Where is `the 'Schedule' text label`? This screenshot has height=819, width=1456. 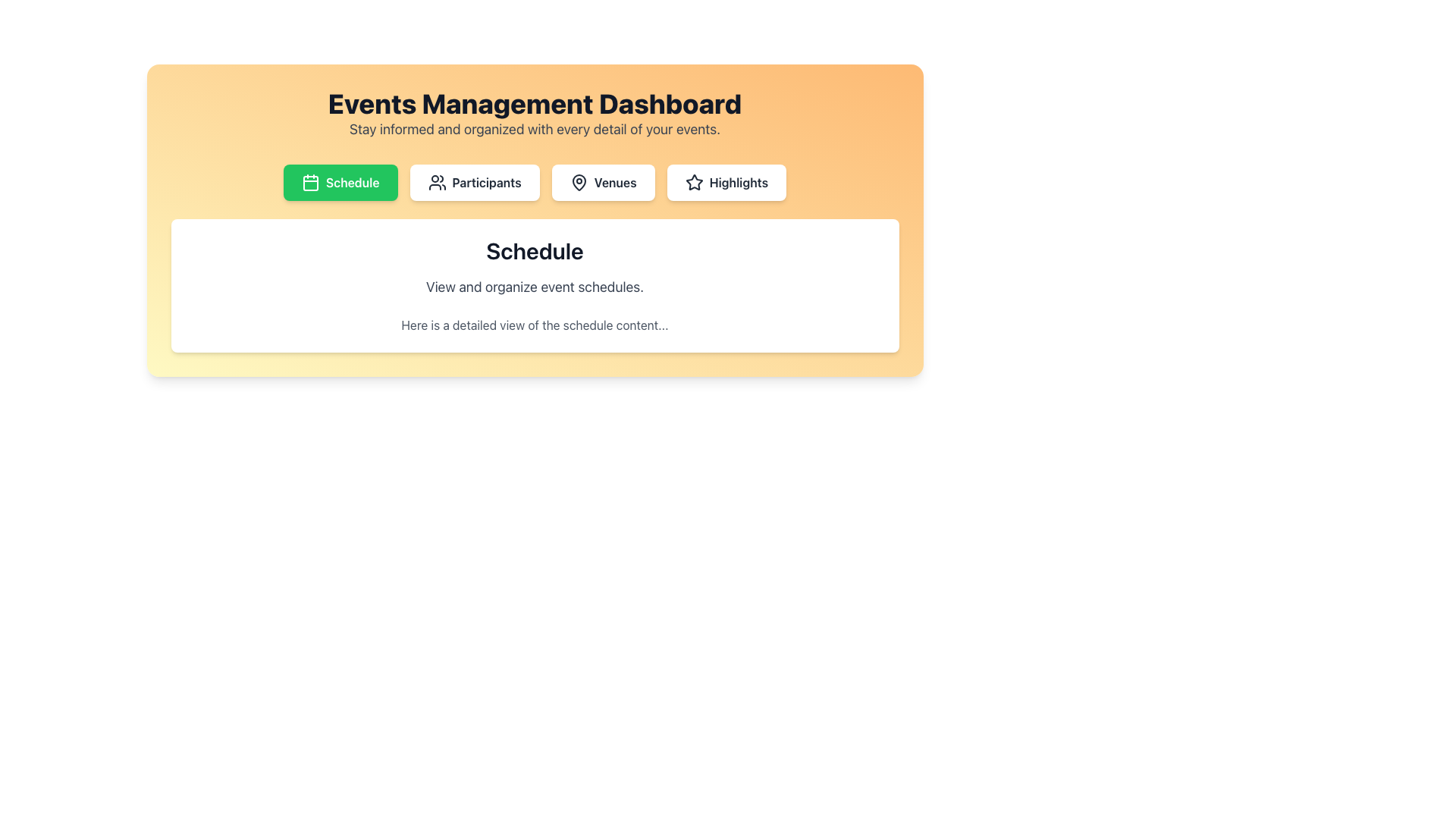
the 'Schedule' text label is located at coordinates (352, 181).